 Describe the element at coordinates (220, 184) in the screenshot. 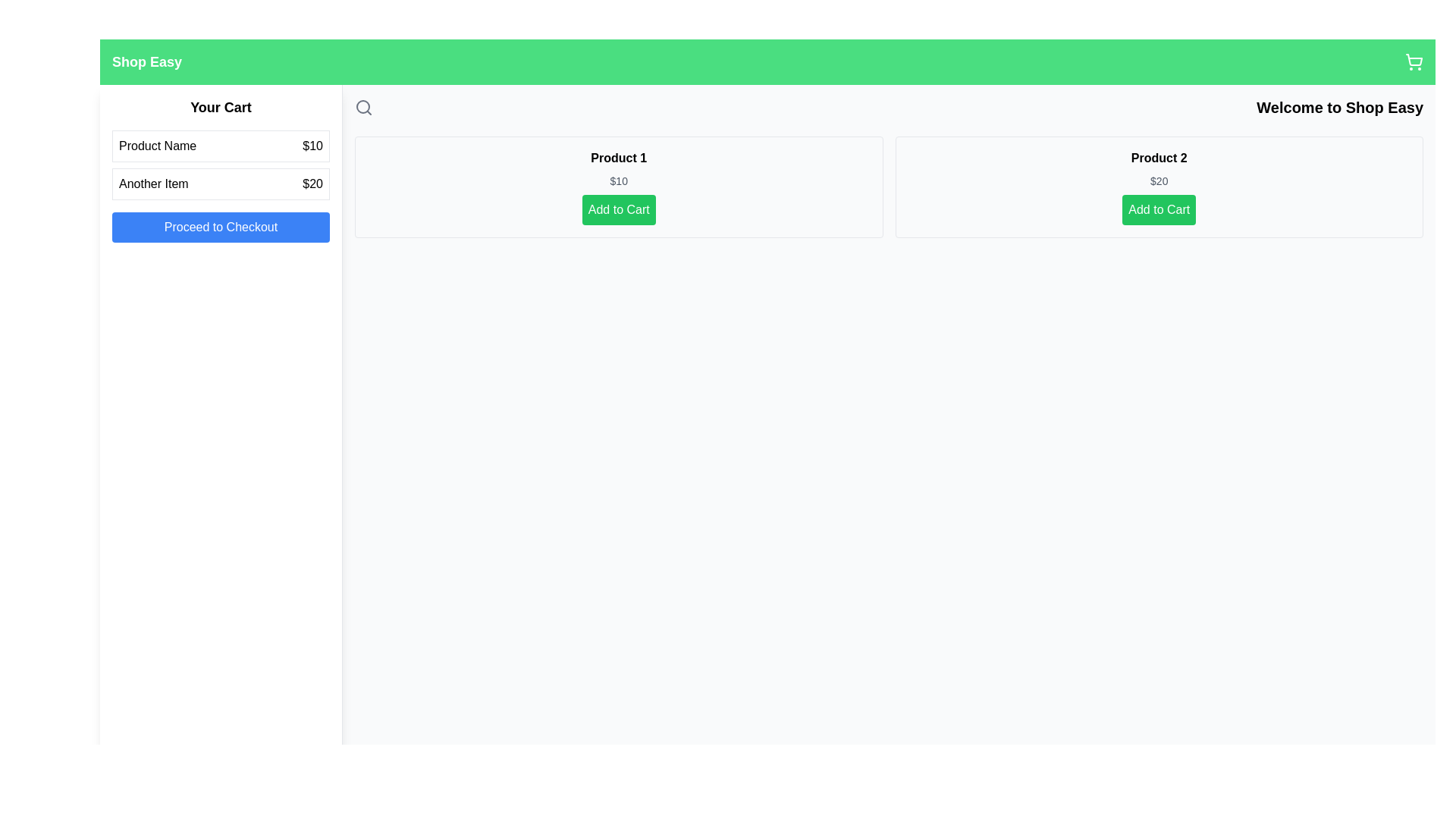

I see `to select the second row in the 'Your Cart' section, which displays 'Another Item' on the left and '$20' on the right` at that location.